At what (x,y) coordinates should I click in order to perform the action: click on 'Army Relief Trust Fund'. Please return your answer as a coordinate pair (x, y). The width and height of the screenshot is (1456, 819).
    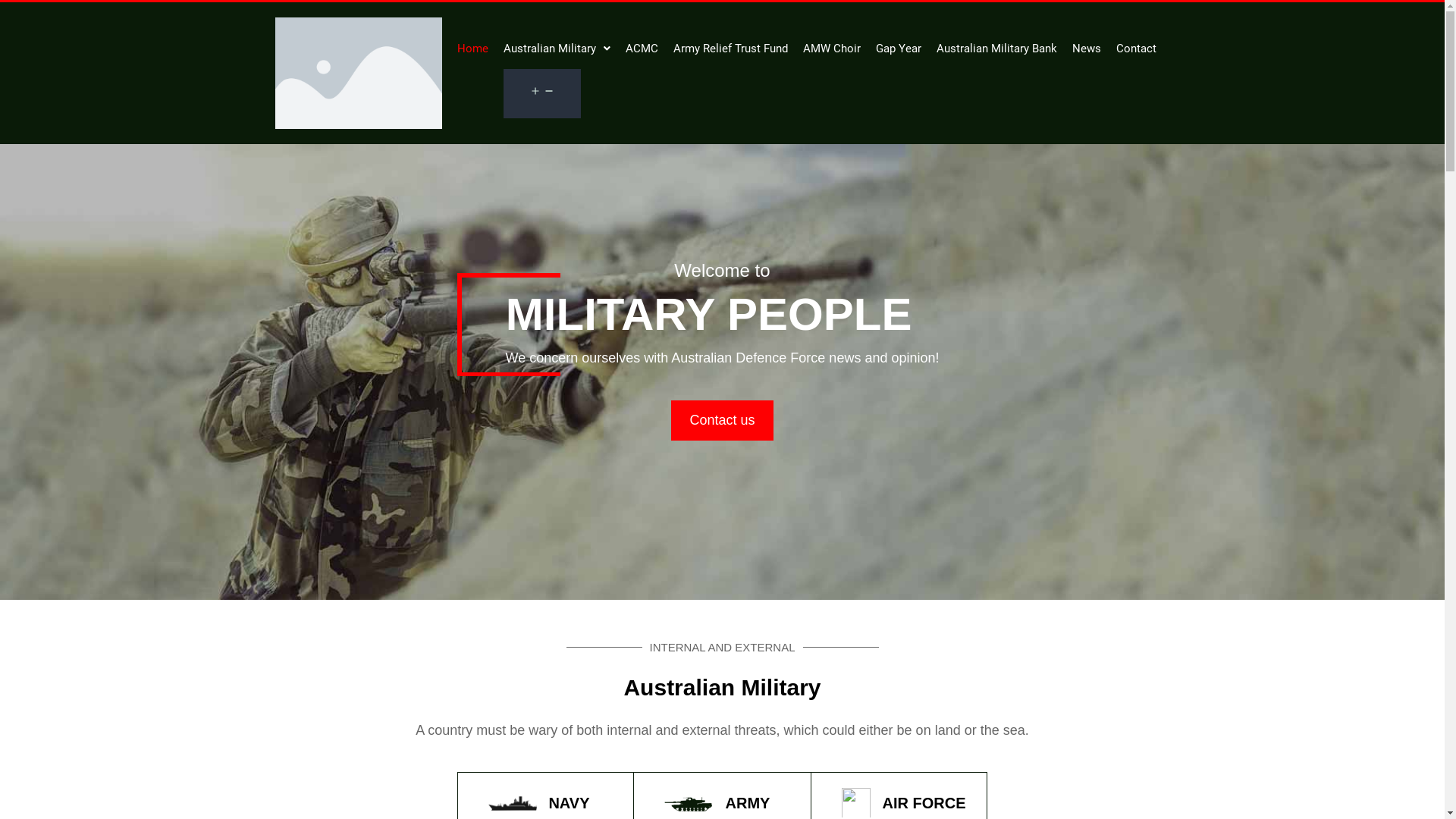
    Looking at the image, I should click on (730, 48).